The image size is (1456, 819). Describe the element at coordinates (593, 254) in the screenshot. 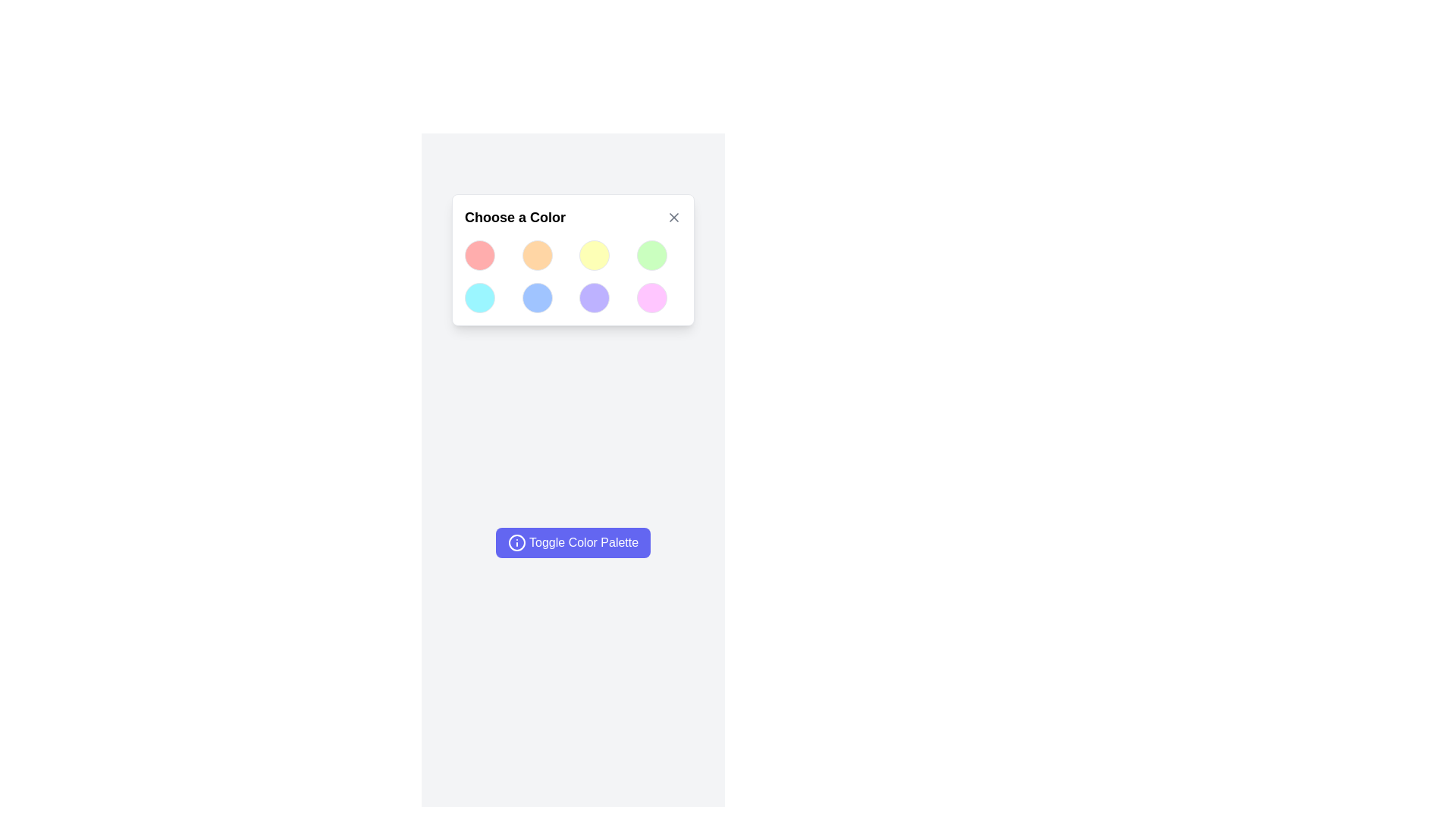

I see `the circular button with a soft yellow background that is the third item in the first row of a grid layout` at that location.